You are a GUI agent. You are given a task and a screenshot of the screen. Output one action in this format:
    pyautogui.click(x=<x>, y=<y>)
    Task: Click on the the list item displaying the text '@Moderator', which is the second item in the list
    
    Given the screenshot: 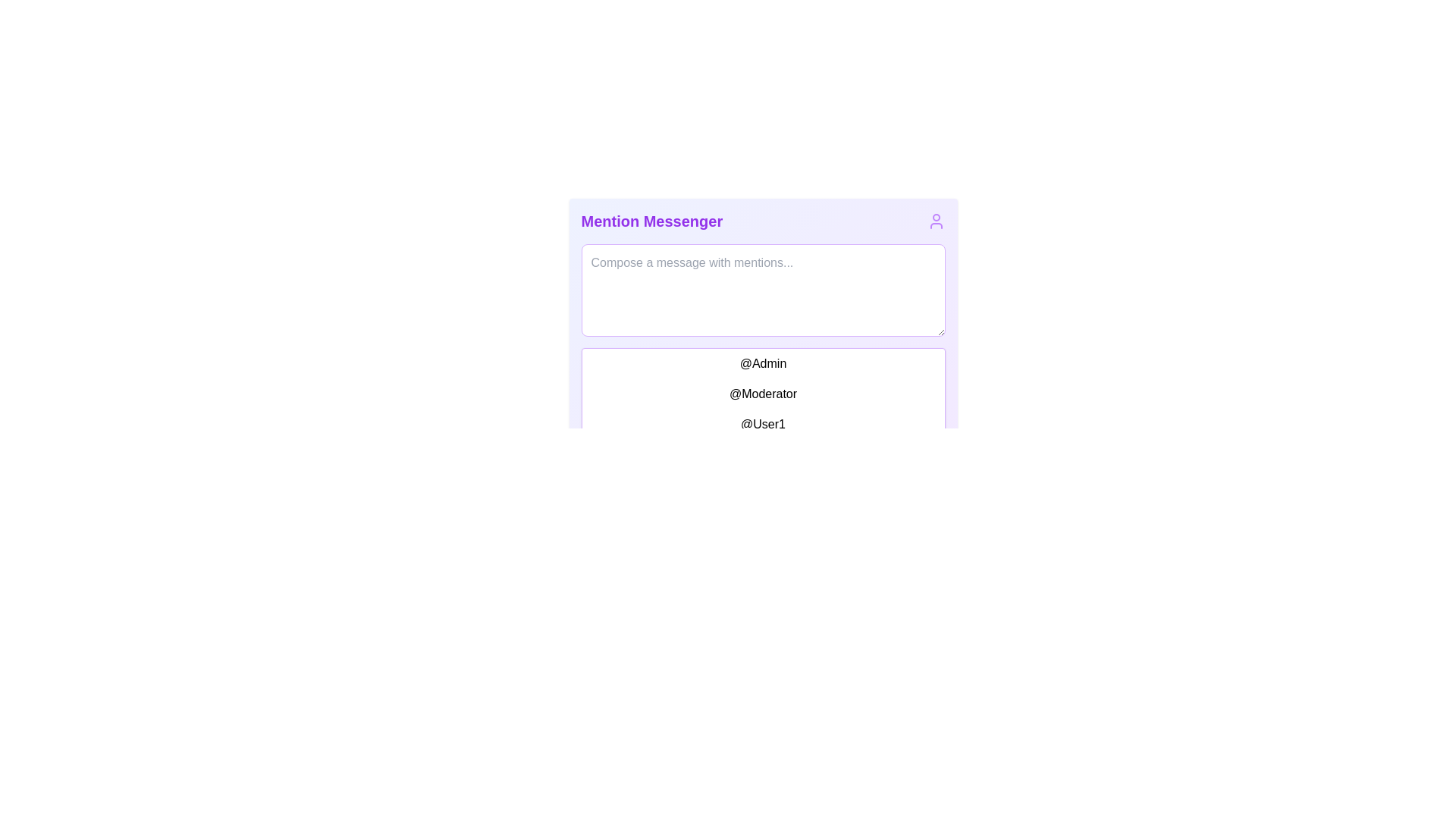 What is the action you would take?
    pyautogui.click(x=763, y=394)
    